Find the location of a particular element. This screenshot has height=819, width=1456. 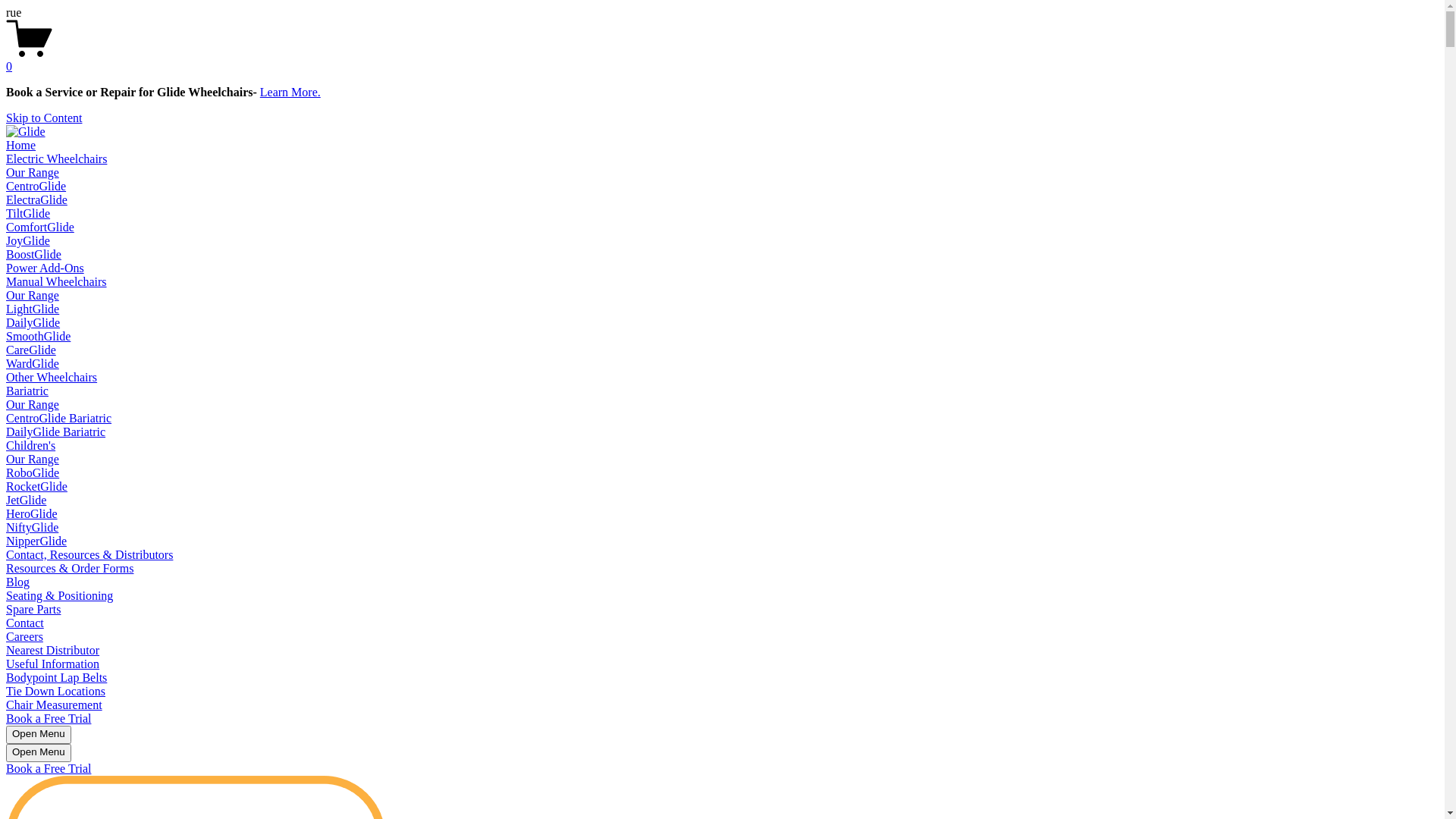

'Book a Free Trial' is located at coordinates (48, 717).